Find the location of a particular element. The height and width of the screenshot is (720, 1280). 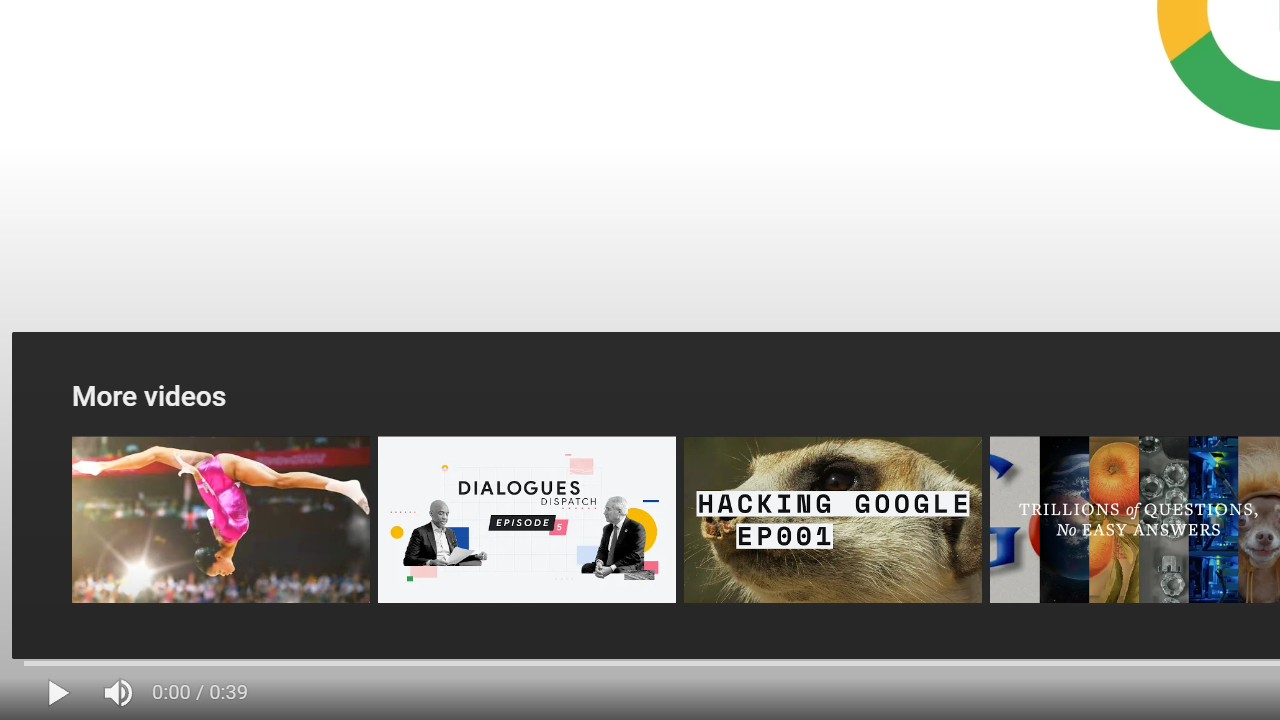

'Threat Analysis Group | HACKING GOOGLE | Documentary EP001' is located at coordinates (832, 518).